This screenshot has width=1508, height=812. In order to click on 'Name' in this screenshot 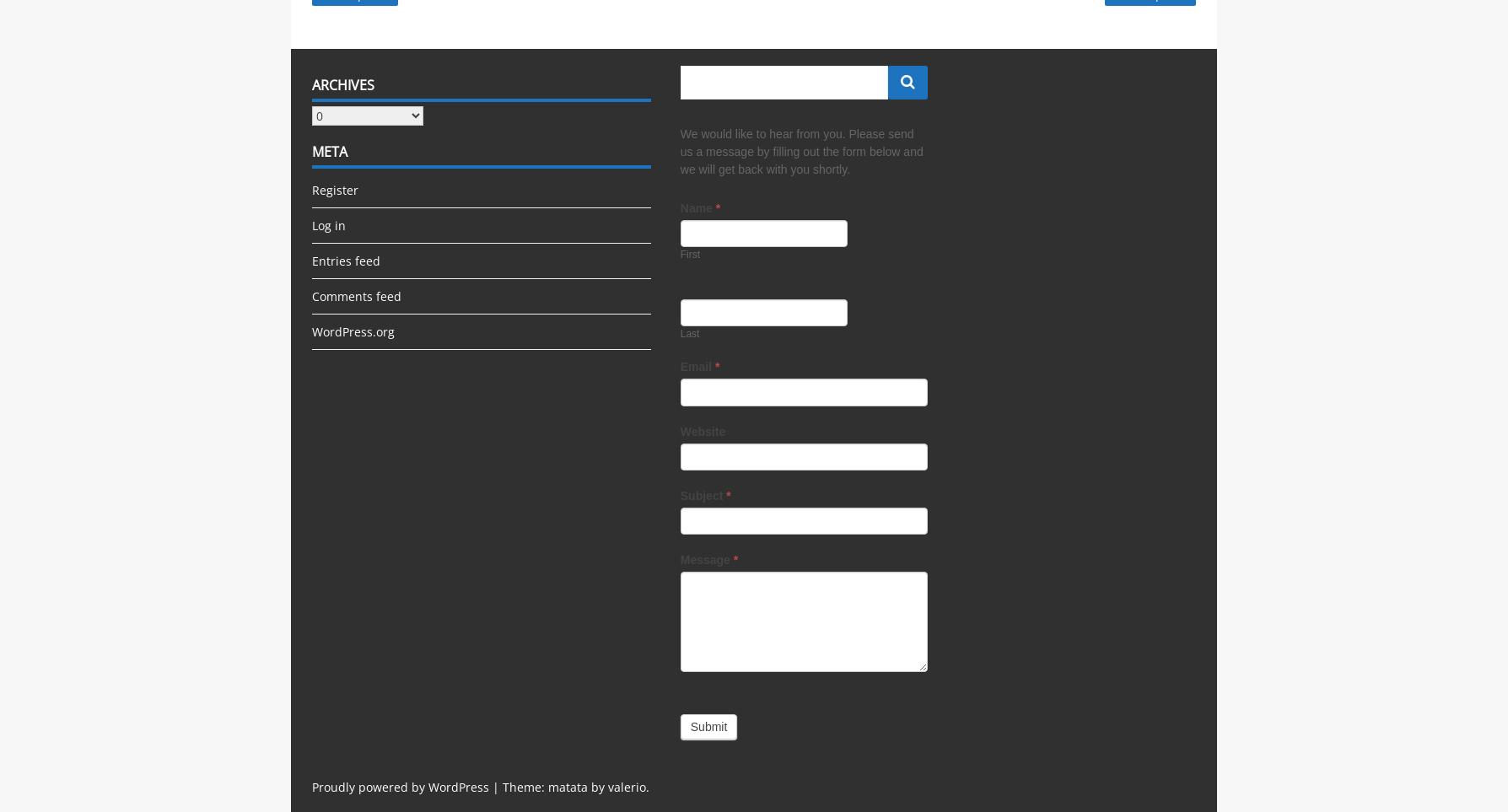, I will do `click(696, 208)`.